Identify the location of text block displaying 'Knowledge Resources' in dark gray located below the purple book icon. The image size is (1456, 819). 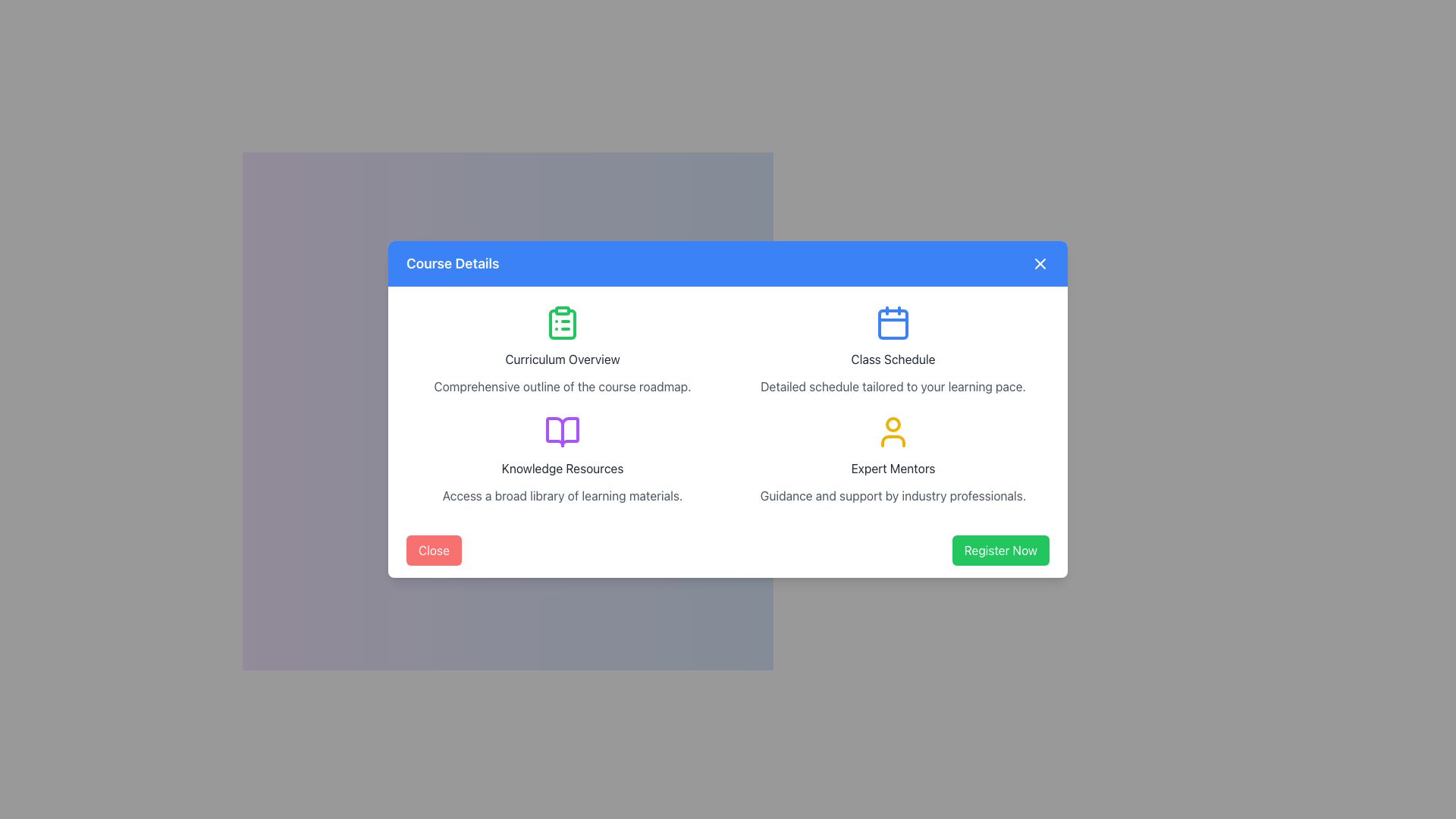
(562, 467).